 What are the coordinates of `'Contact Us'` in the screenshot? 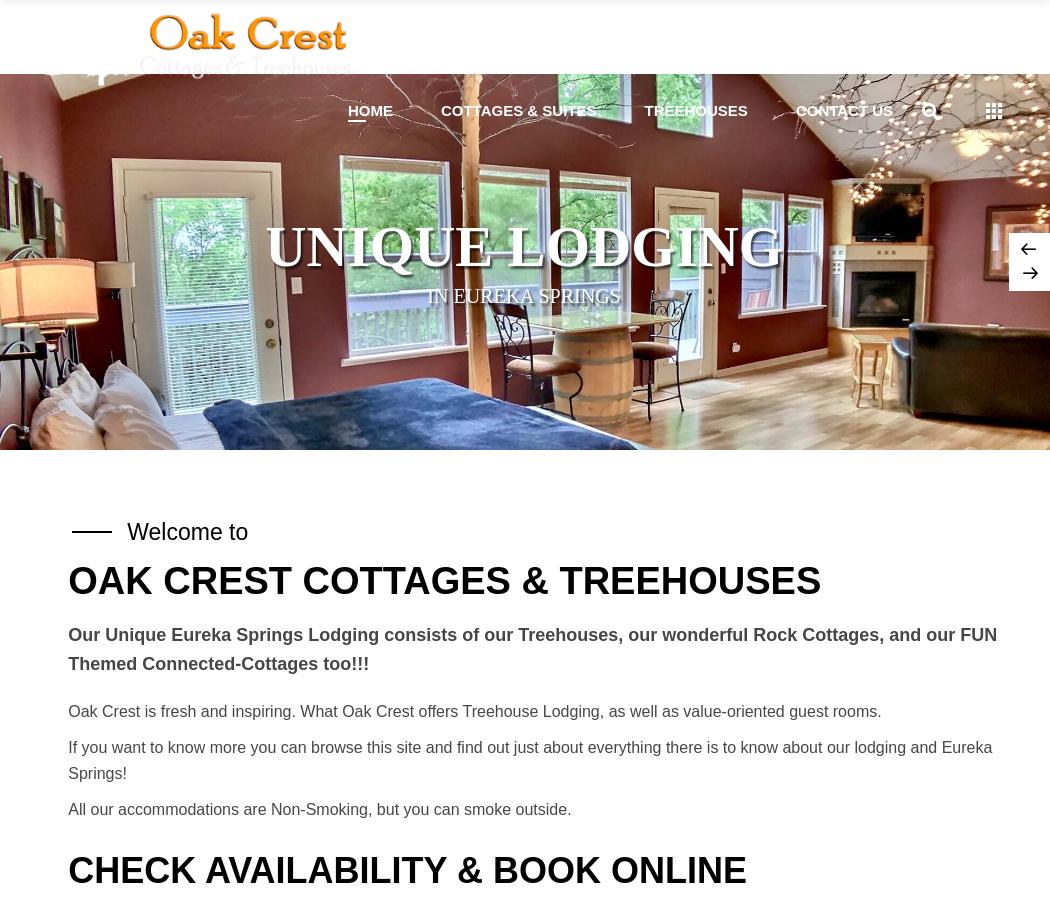 It's located at (843, 109).